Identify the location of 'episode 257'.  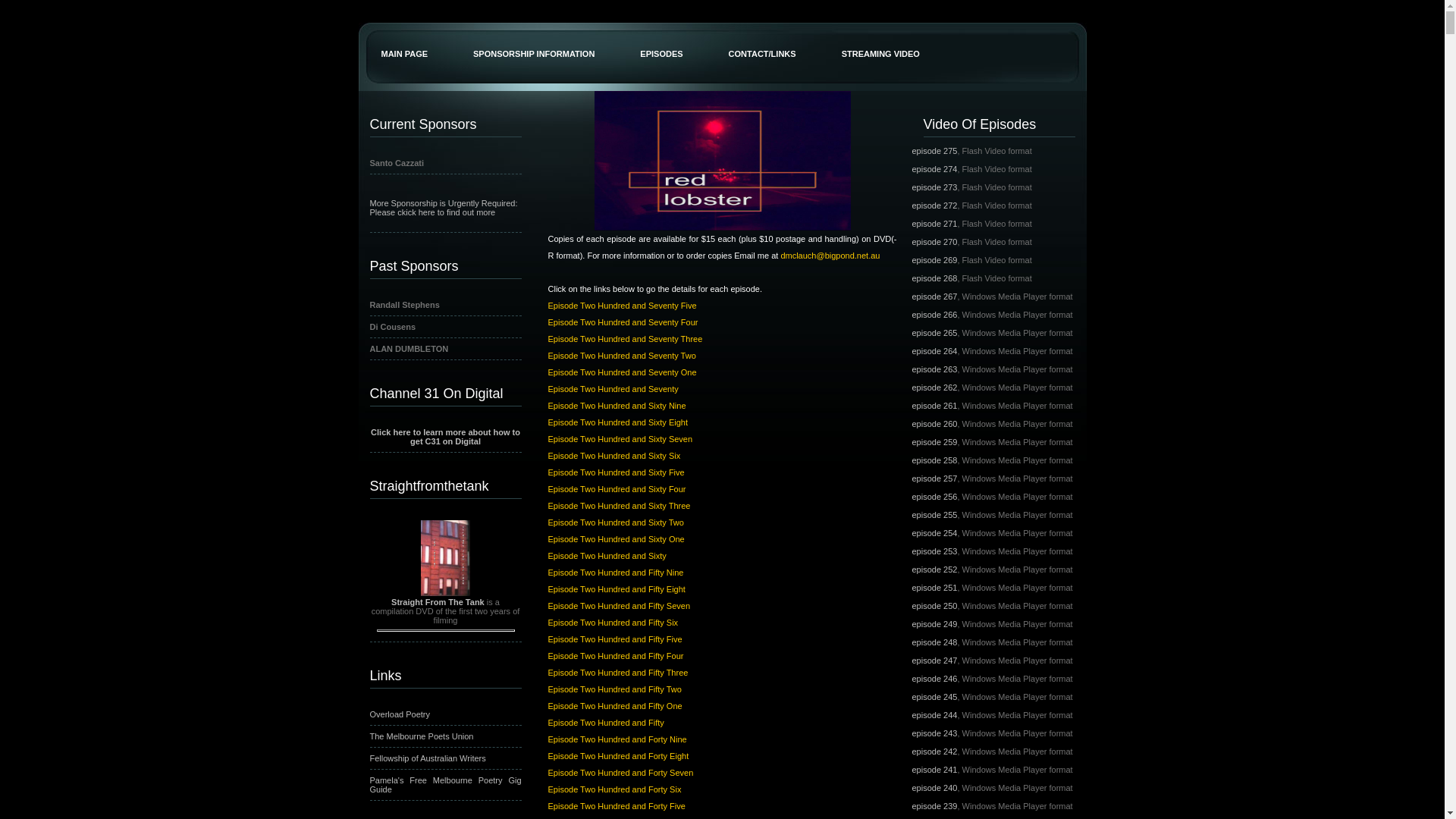
(934, 479).